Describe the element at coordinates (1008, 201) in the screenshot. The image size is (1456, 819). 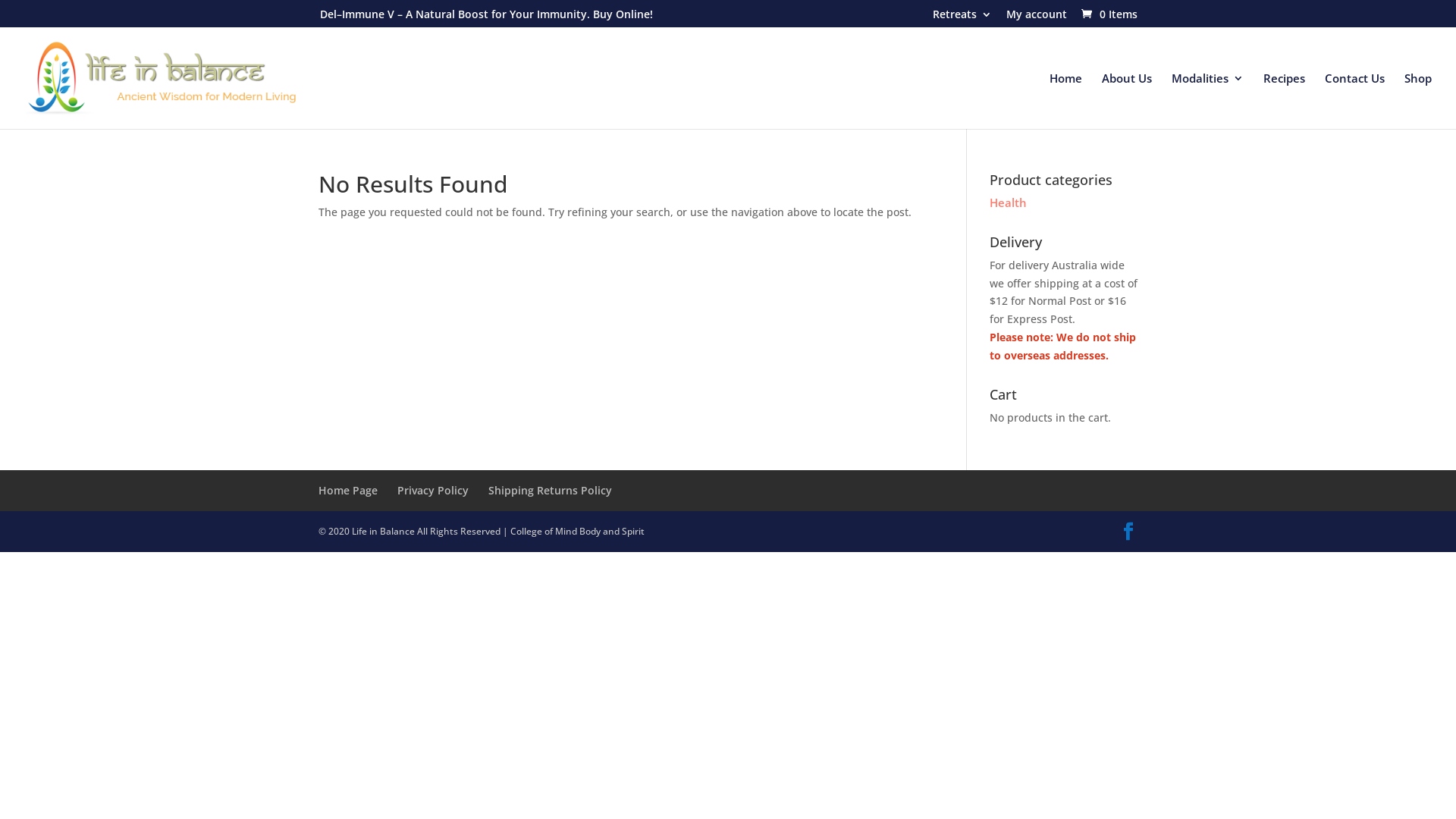
I see `'Health'` at that location.